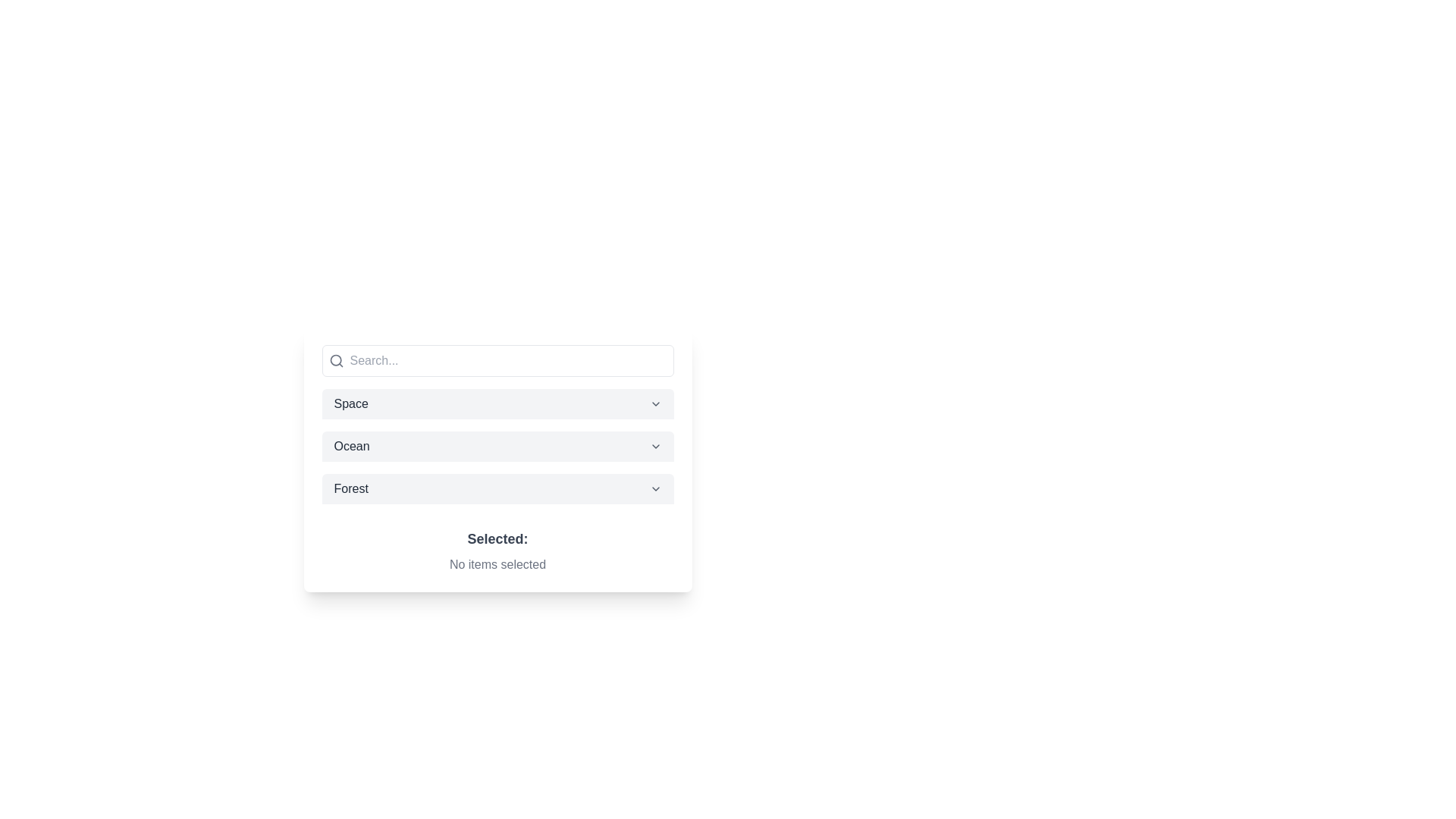  What do you see at coordinates (350, 488) in the screenshot?
I see `the static text label displaying 'Forest' in a dark color, which is located in the bottommost row of a dropdown menu-like component, to the left of a downward-pointing chevron icon` at bounding box center [350, 488].